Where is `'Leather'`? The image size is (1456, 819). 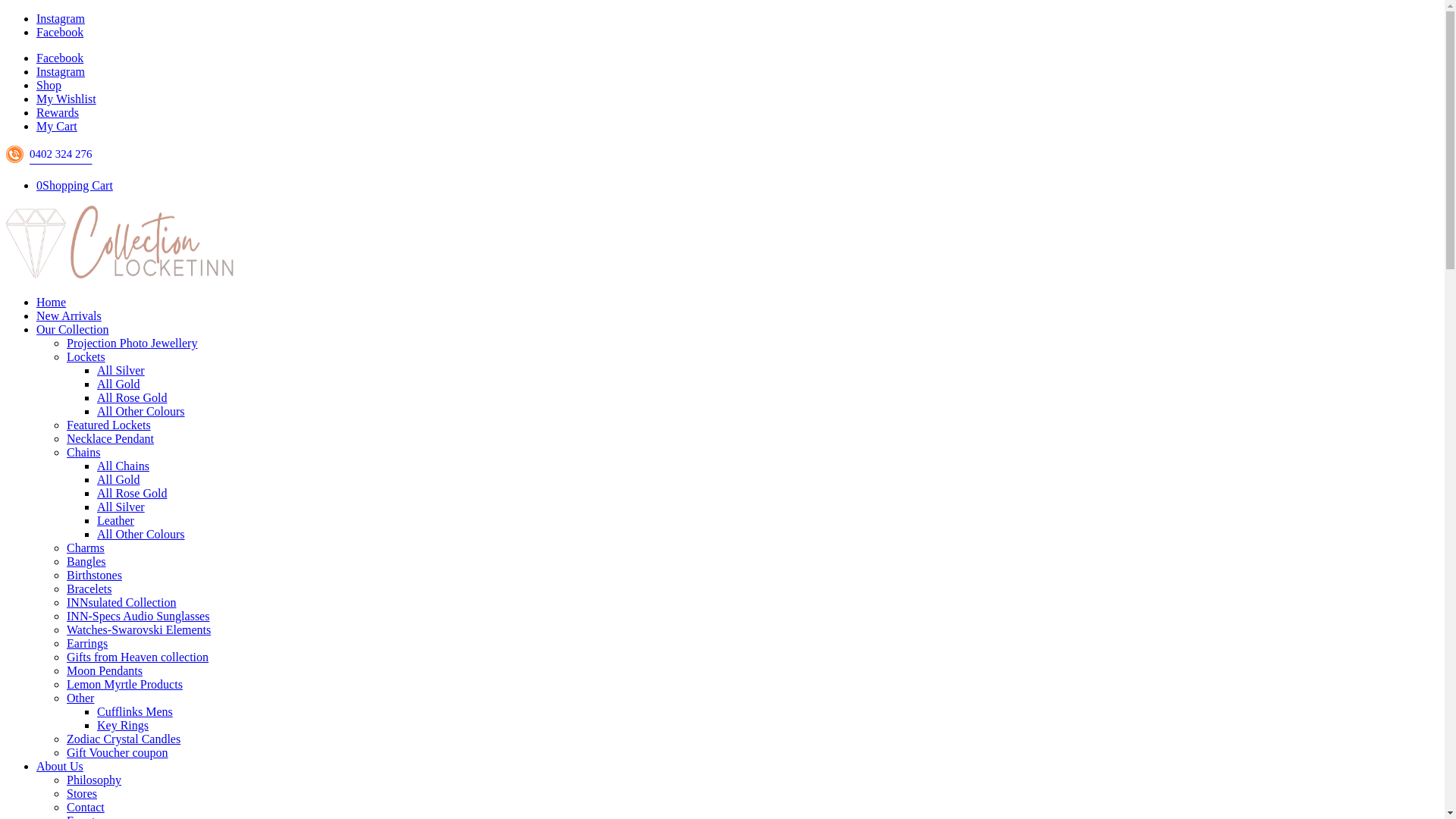
'Leather' is located at coordinates (96, 519).